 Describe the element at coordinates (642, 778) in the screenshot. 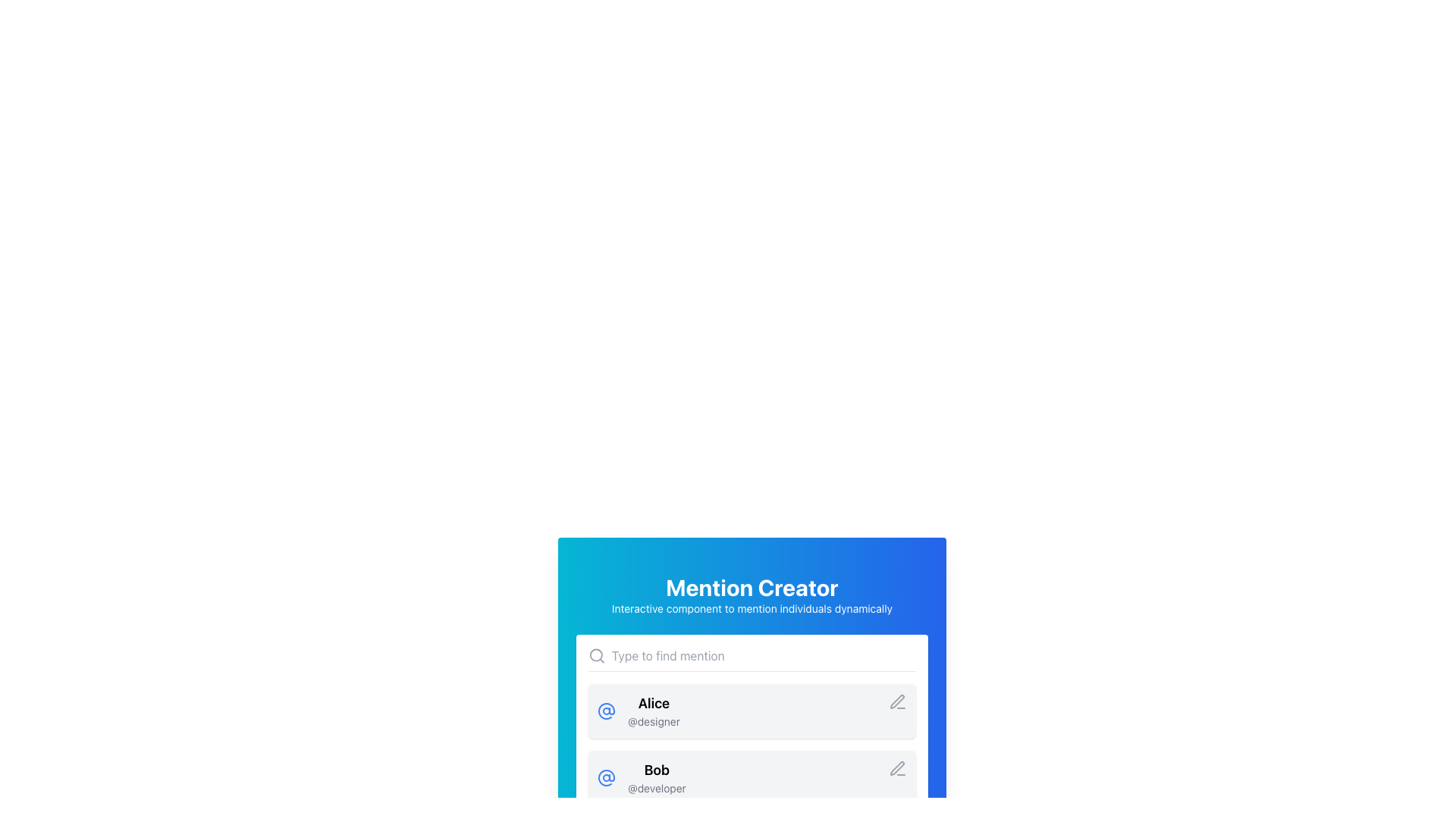

I see `to select the user profile represented by the second list item with text and icon, located below the entry for 'Alice'` at that location.